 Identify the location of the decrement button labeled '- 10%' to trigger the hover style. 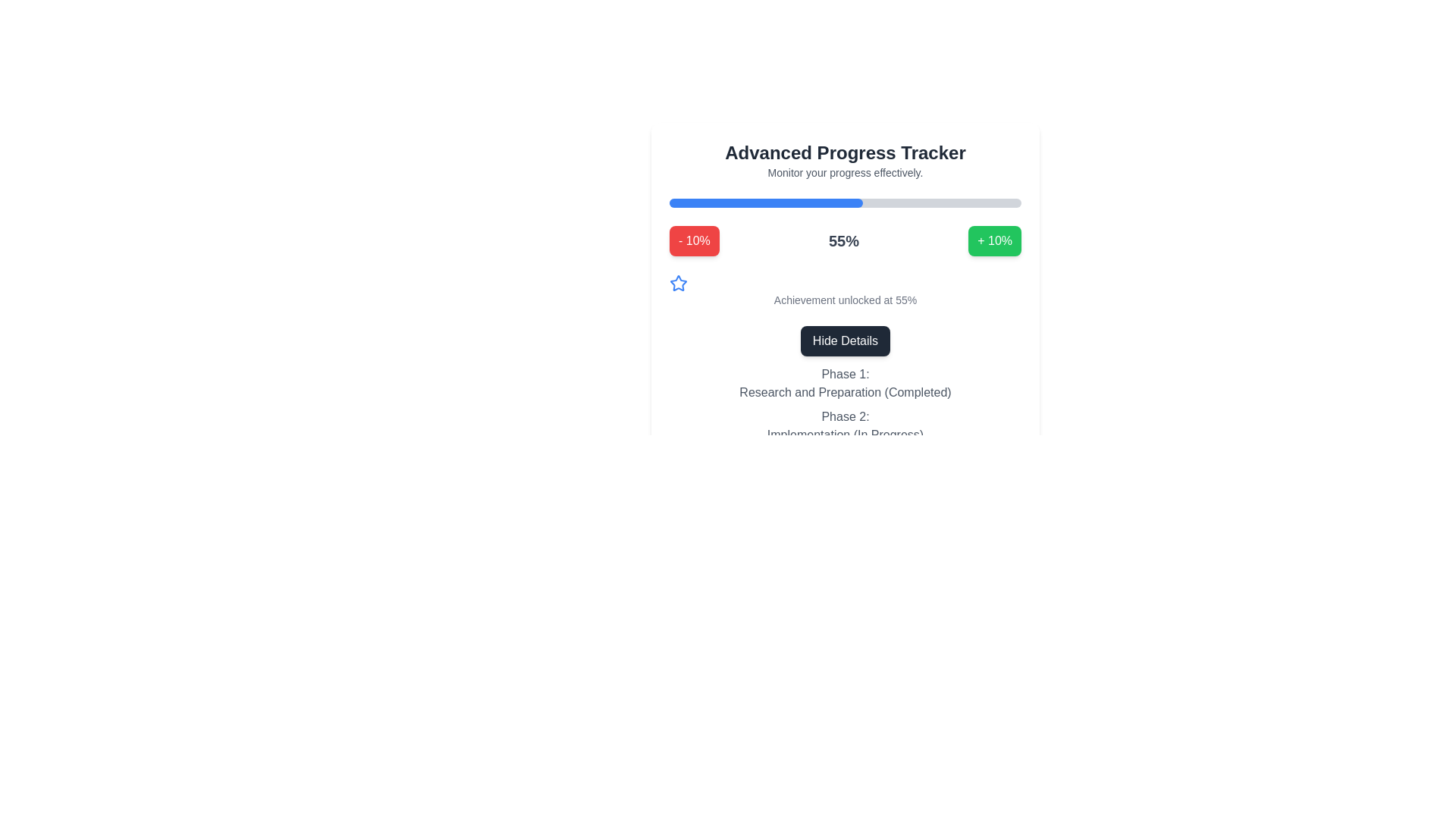
(693, 240).